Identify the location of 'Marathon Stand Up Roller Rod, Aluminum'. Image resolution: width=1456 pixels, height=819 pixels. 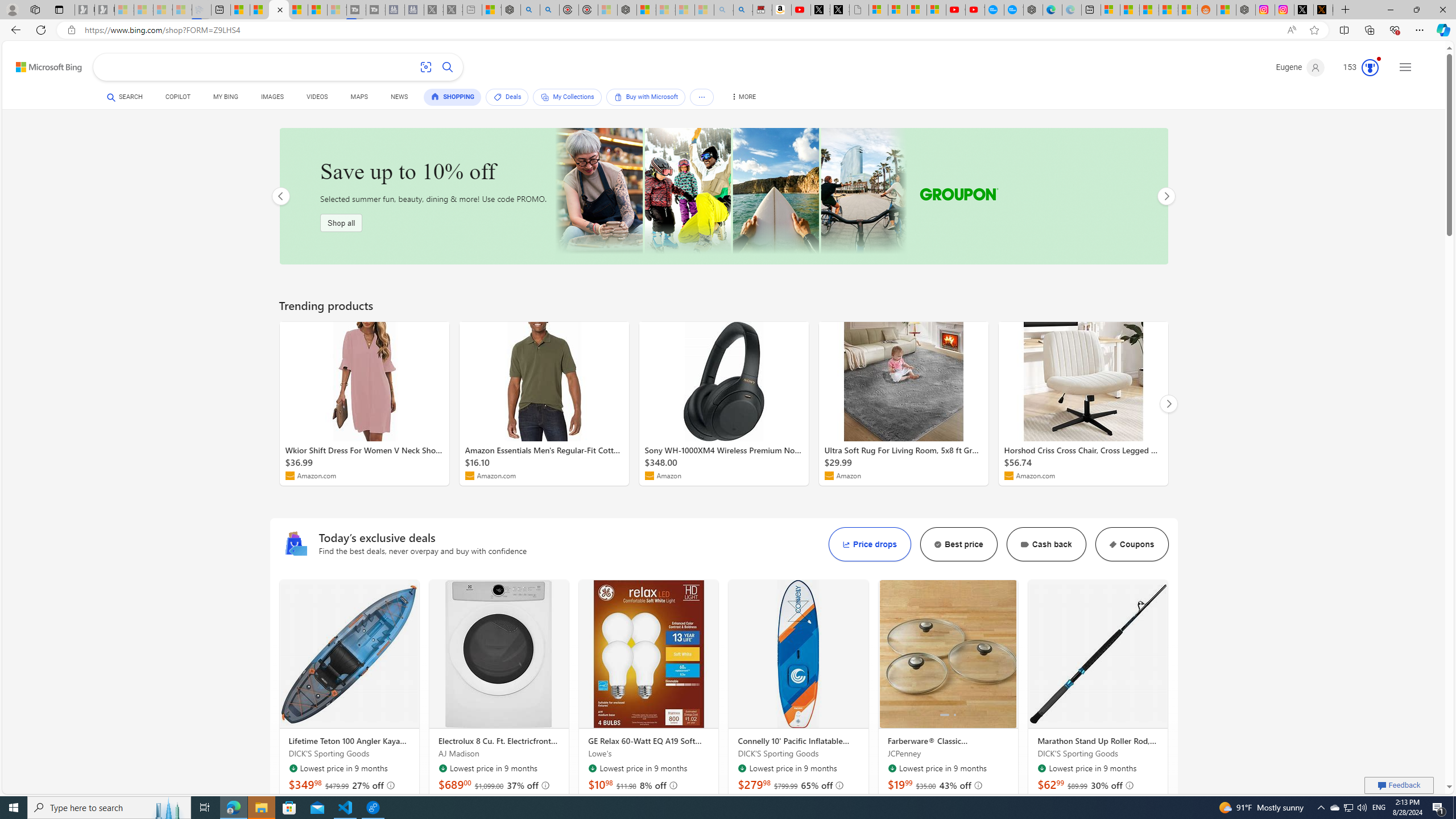
(1097, 653).